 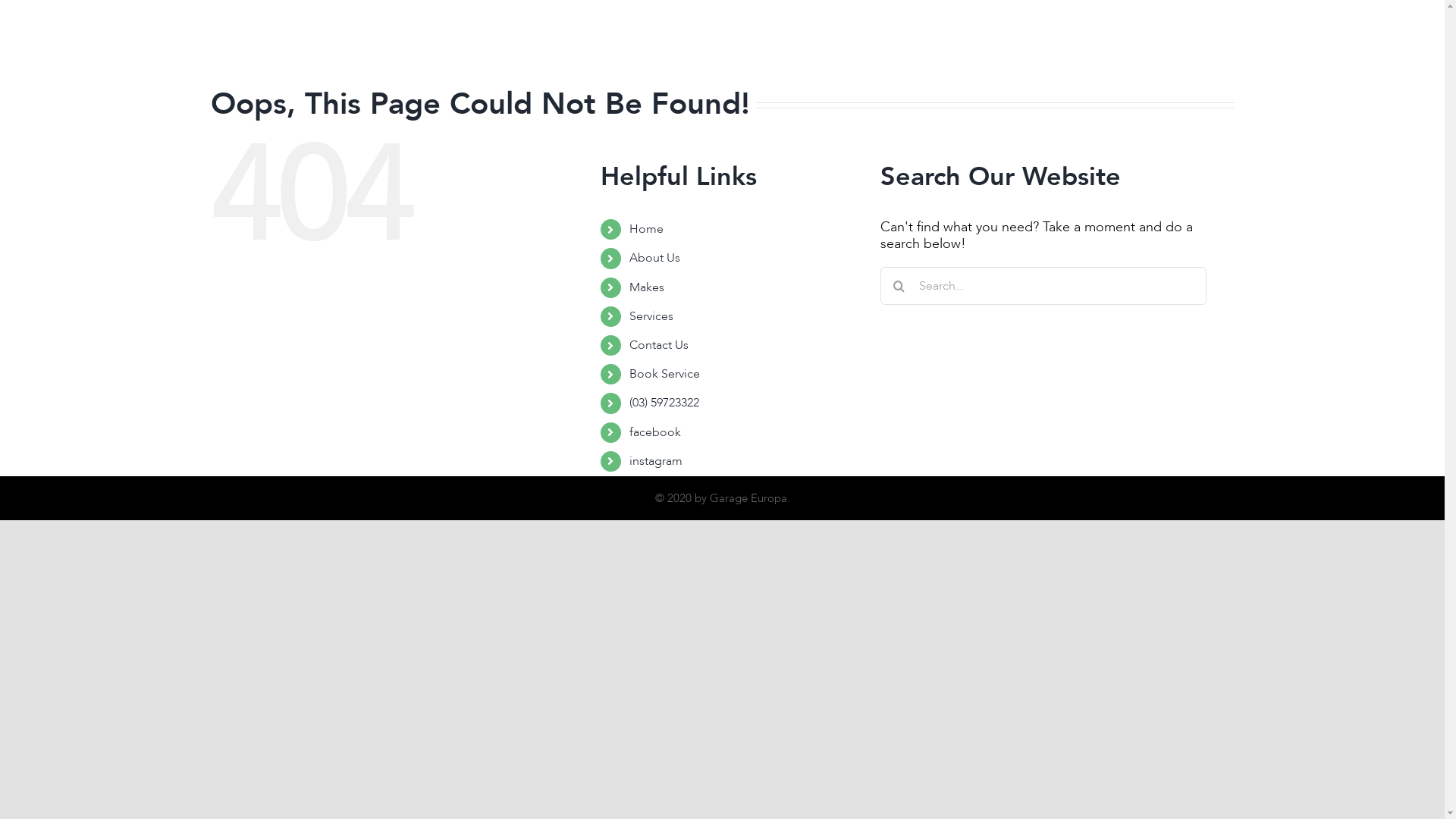 I want to click on '(03) 59723322', so click(x=664, y=402).